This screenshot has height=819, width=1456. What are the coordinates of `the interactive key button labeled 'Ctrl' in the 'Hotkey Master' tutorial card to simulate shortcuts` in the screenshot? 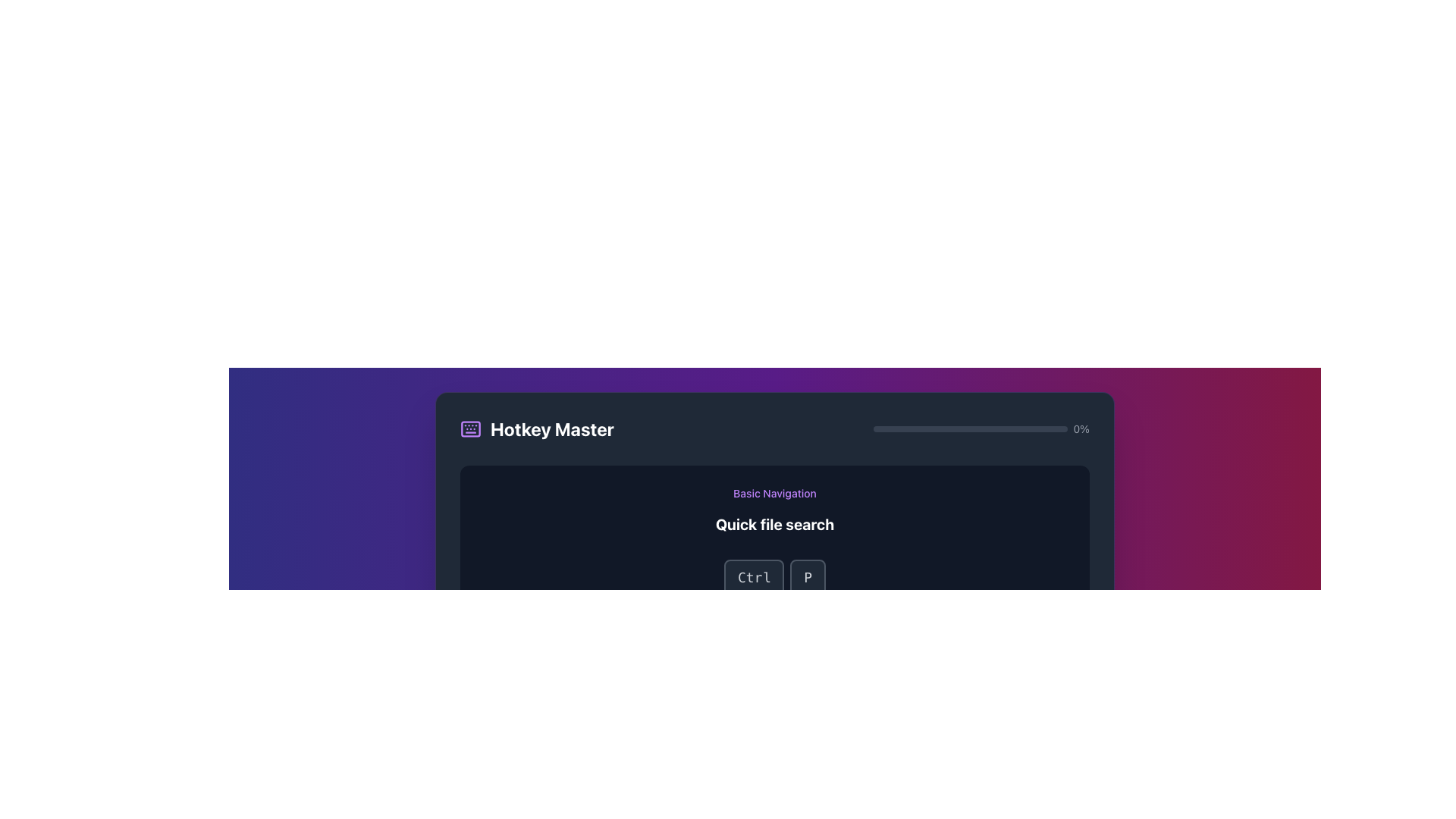 It's located at (775, 568).